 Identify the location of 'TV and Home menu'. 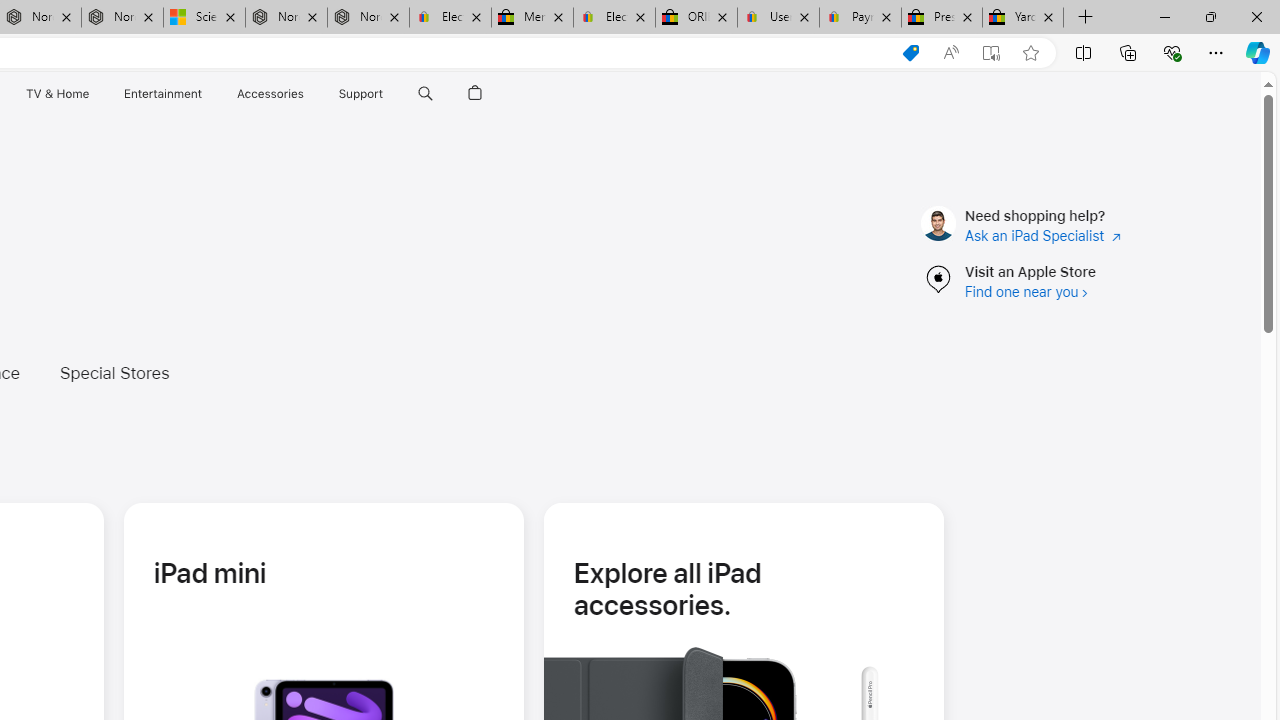
(92, 93).